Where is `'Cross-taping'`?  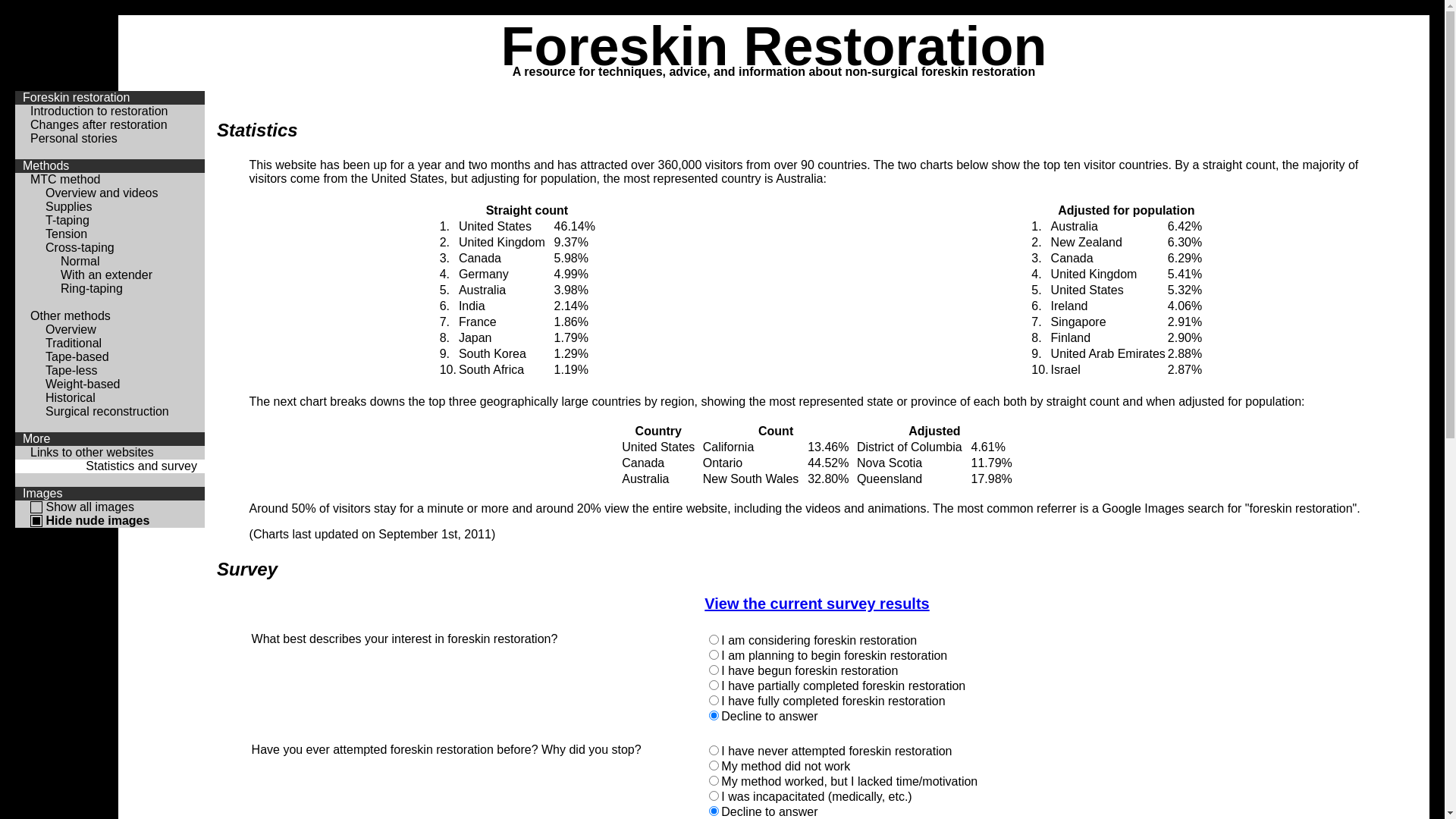
'Cross-taping' is located at coordinates (45, 246).